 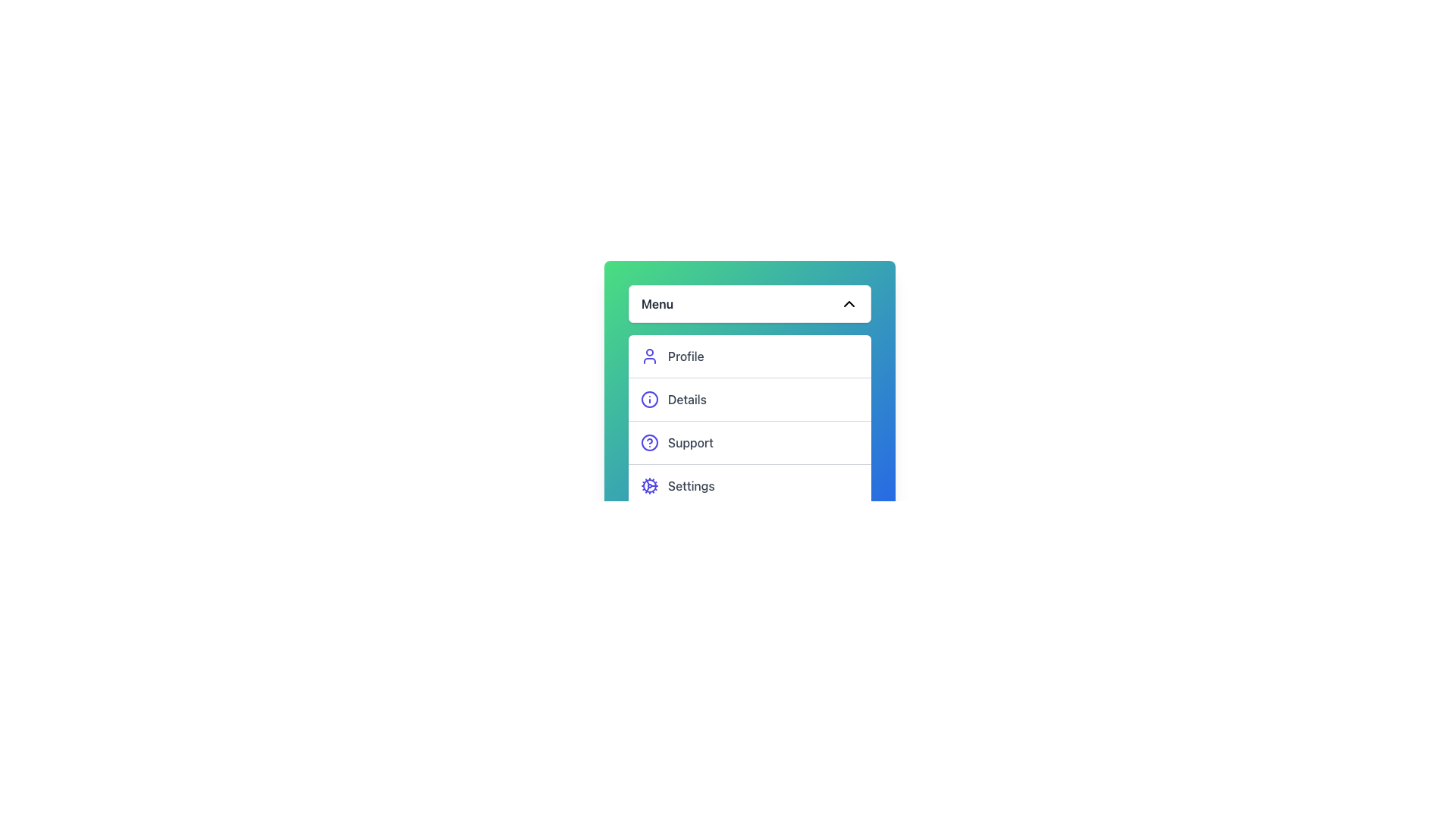 What do you see at coordinates (749, 441) in the screenshot?
I see `the third menu item in a vertically stacked menu list` at bounding box center [749, 441].